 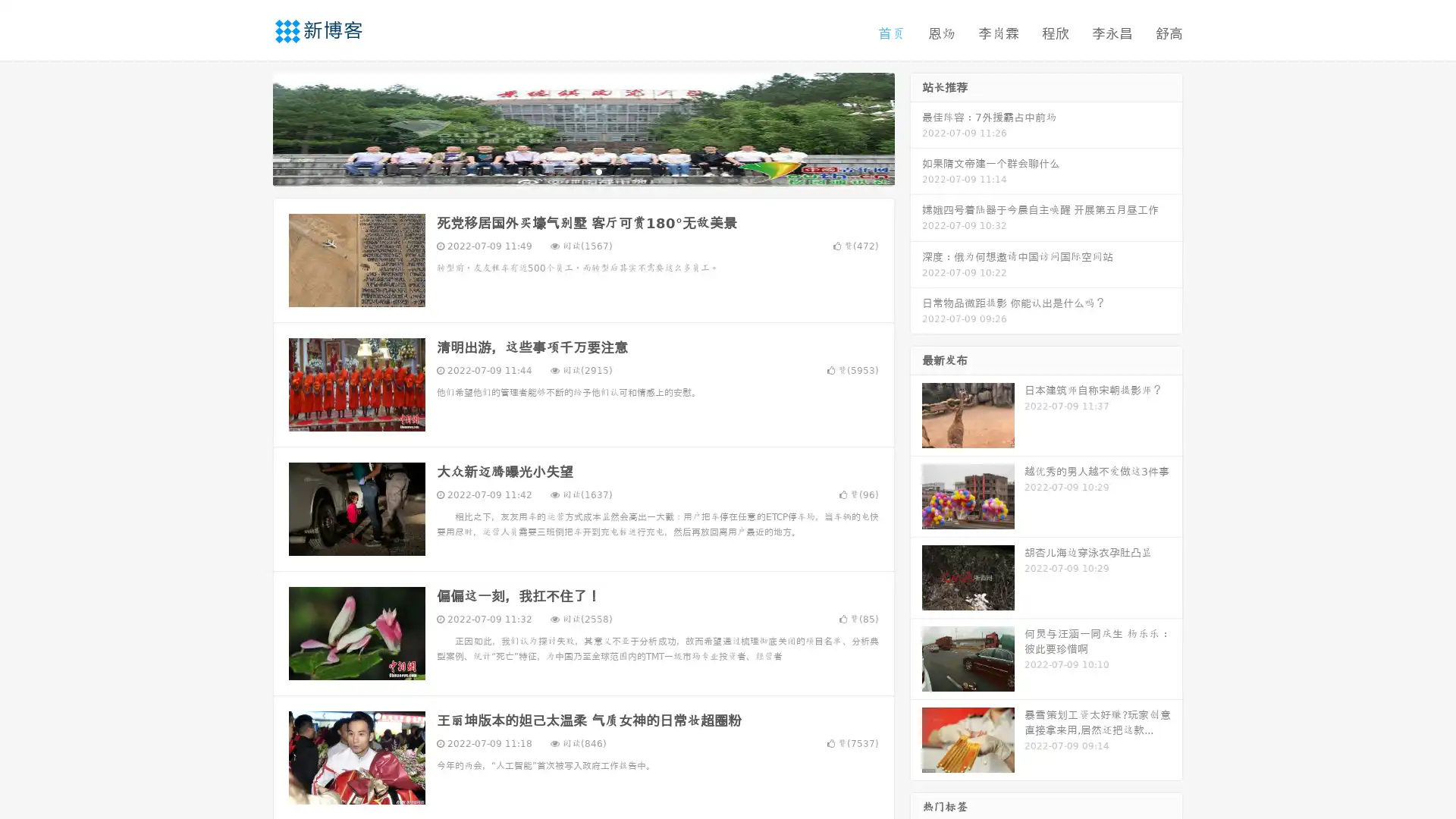 I want to click on Go to slide 2, so click(x=582, y=171).